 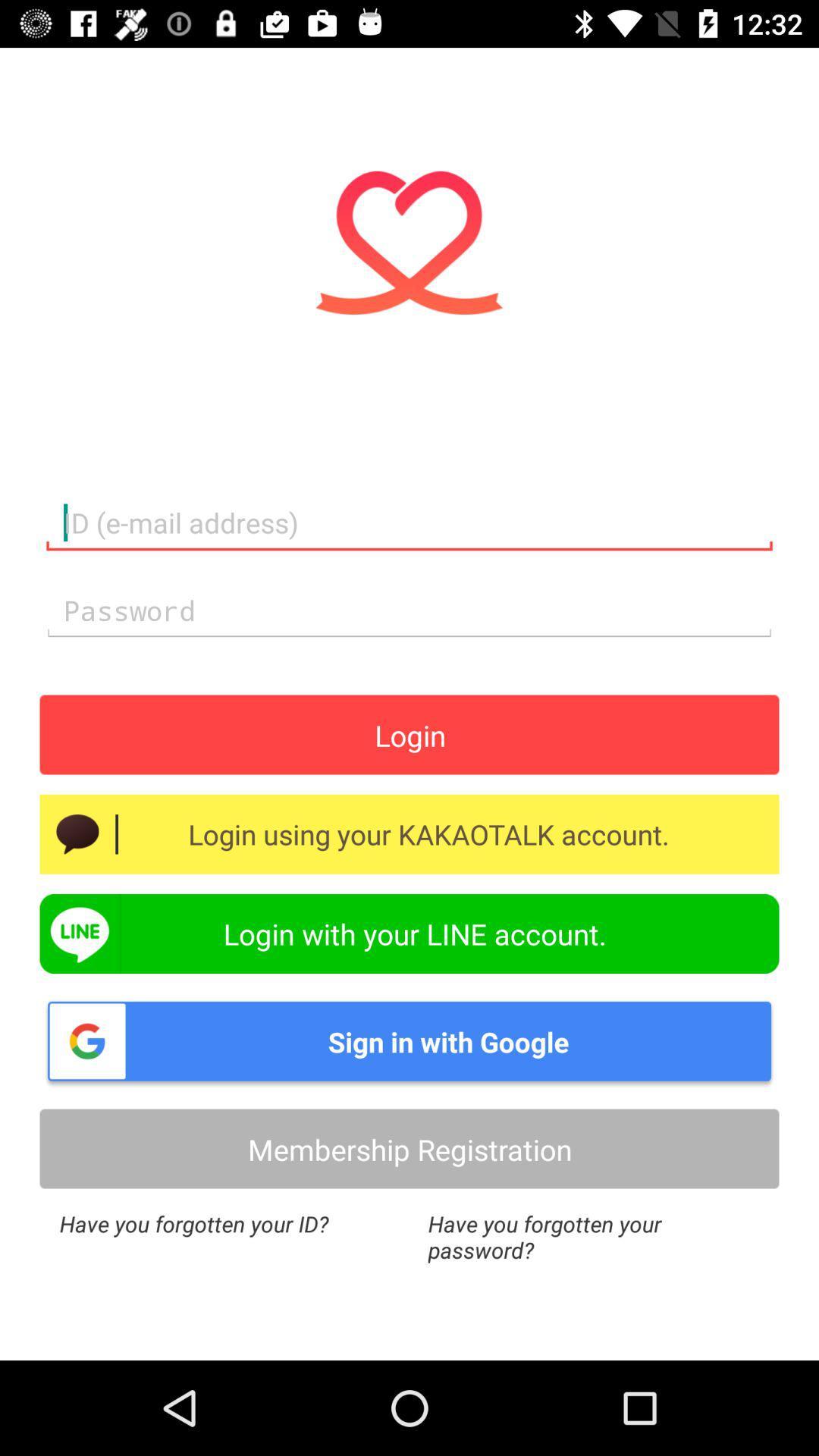 What do you see at coordinates (409, 1149) in the screenshot?
I see `icon above the have you forgotten icon` at bounding box center [409, 1149].